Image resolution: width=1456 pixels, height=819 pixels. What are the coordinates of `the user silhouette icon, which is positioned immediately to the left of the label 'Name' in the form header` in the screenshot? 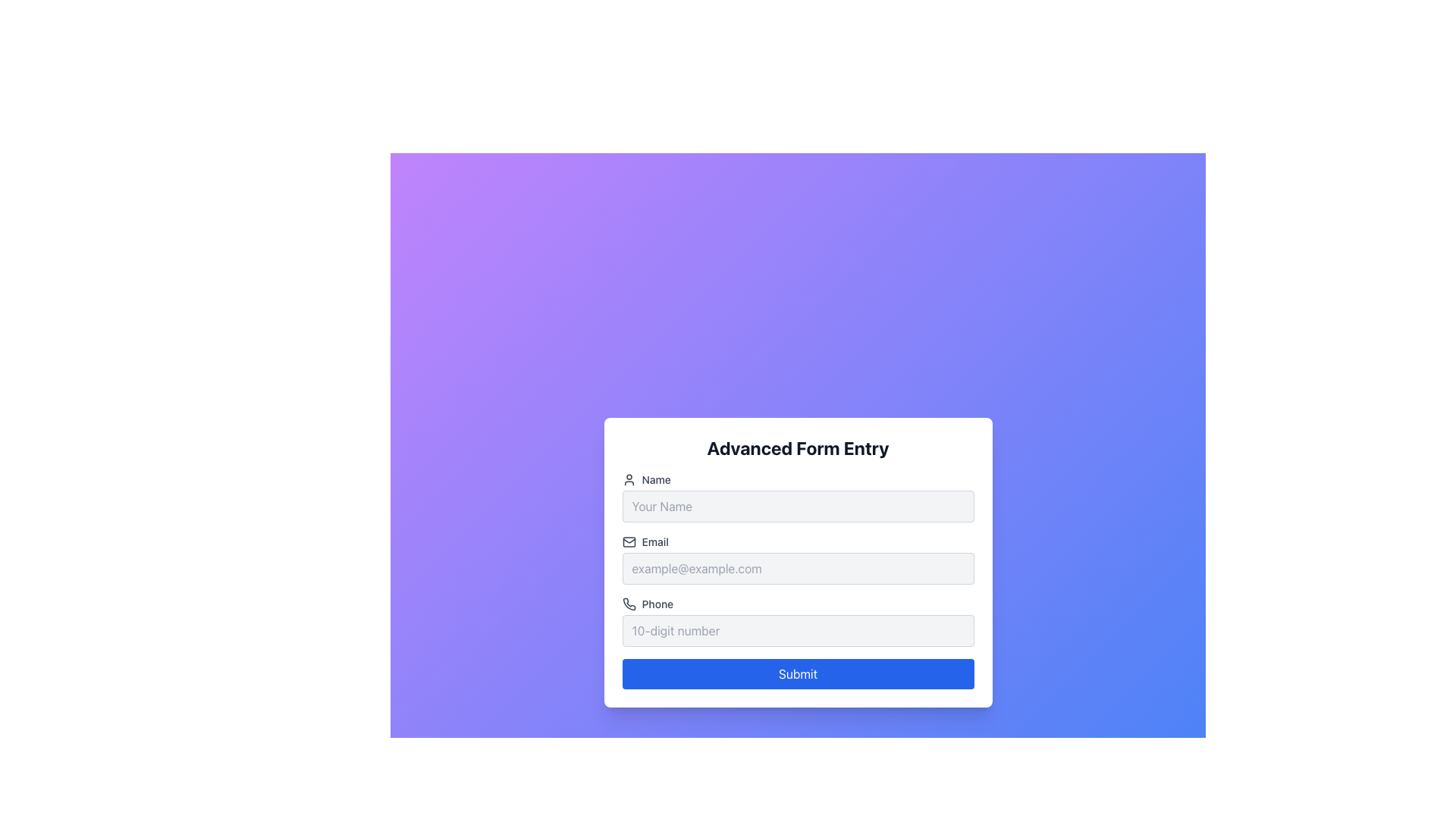 It's located at (629, 479).